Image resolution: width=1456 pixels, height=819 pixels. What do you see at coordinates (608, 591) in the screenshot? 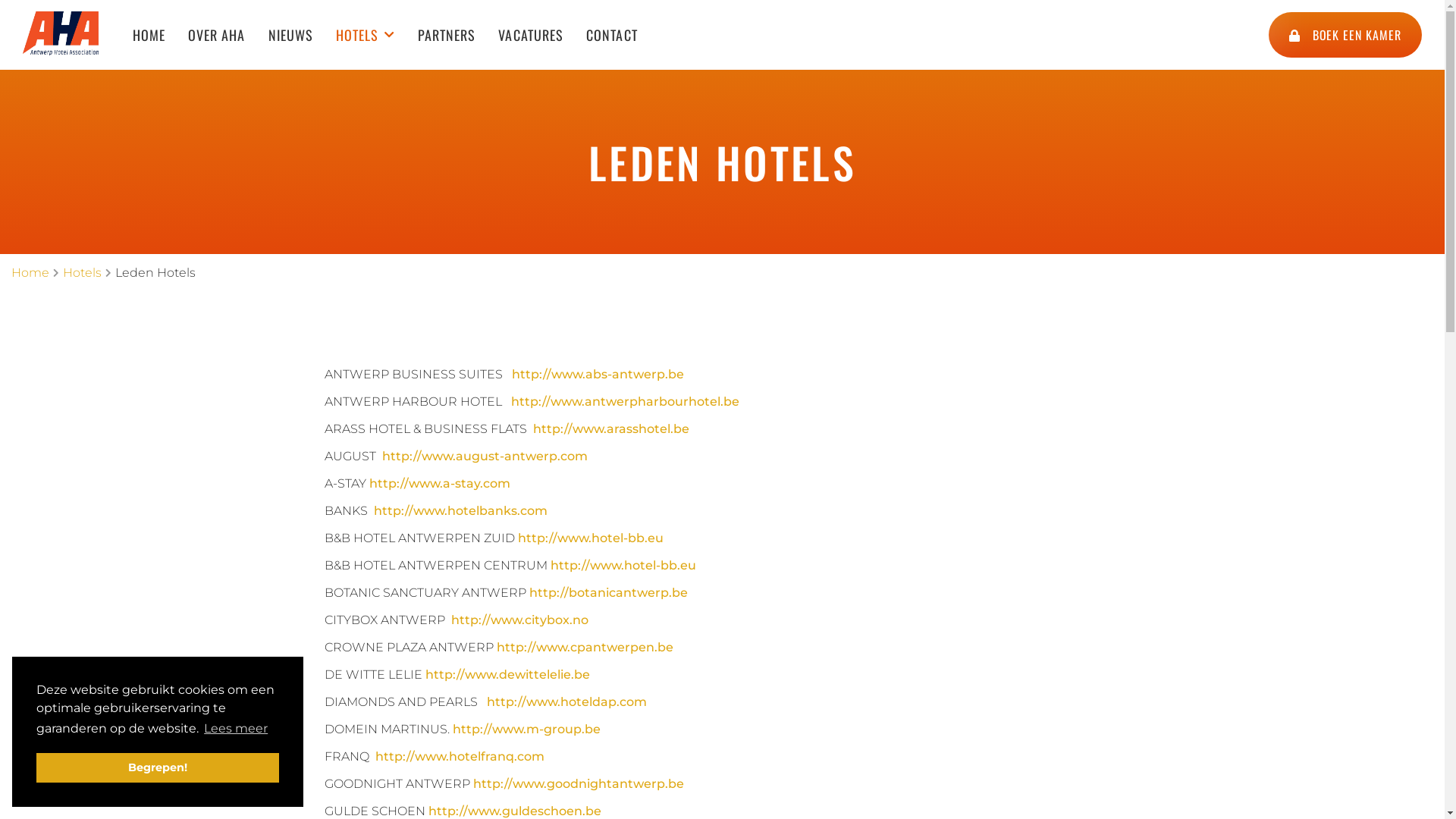
I see `'http://botanicantwerp.be'` at bounding box center [608, 591].